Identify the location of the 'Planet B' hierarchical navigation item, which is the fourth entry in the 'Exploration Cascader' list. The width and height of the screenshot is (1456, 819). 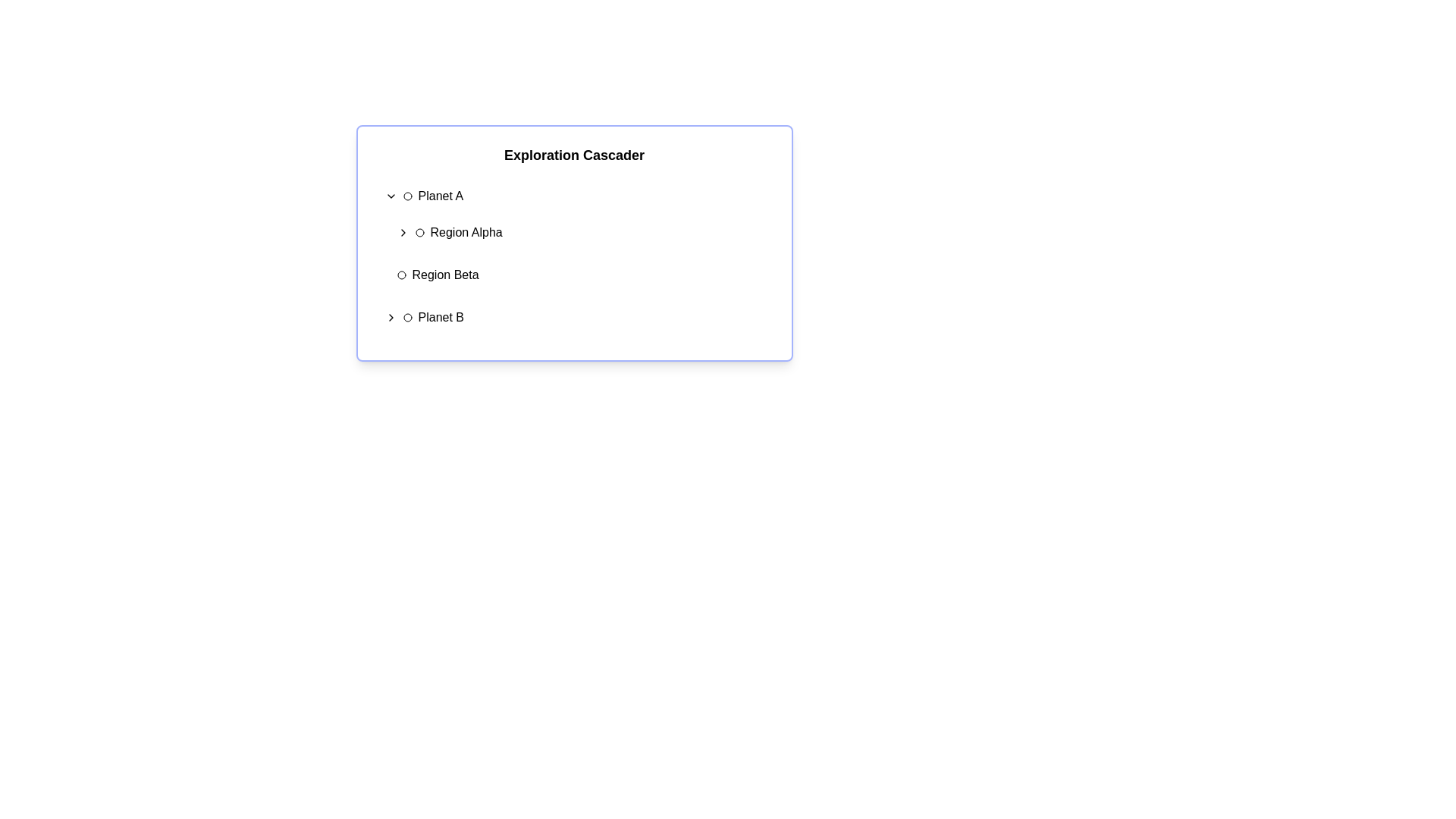
(573, 317).